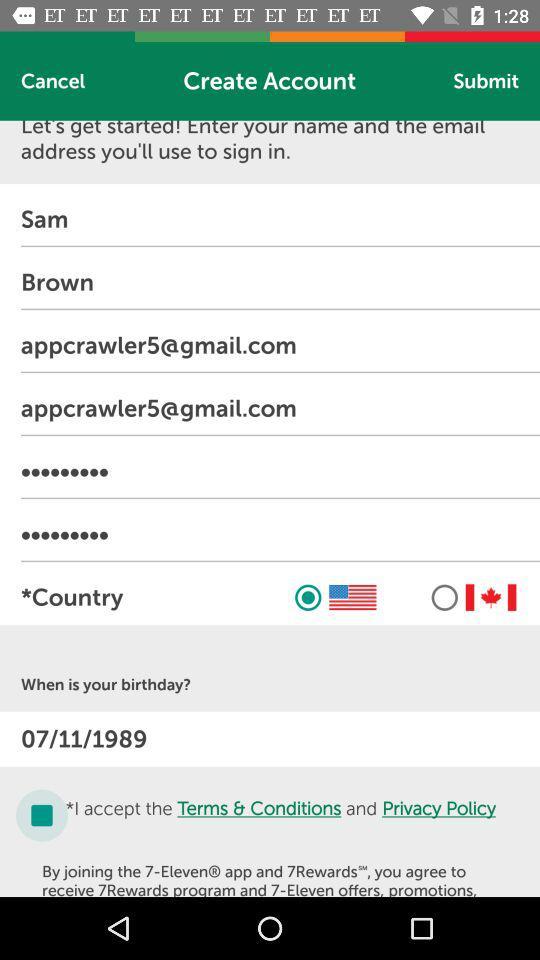 This screenshot has height=960, width=540. What do you see at coordinates (279, 471) in the screenshot?
I see `the first password box` at bounding box center [279, 471].